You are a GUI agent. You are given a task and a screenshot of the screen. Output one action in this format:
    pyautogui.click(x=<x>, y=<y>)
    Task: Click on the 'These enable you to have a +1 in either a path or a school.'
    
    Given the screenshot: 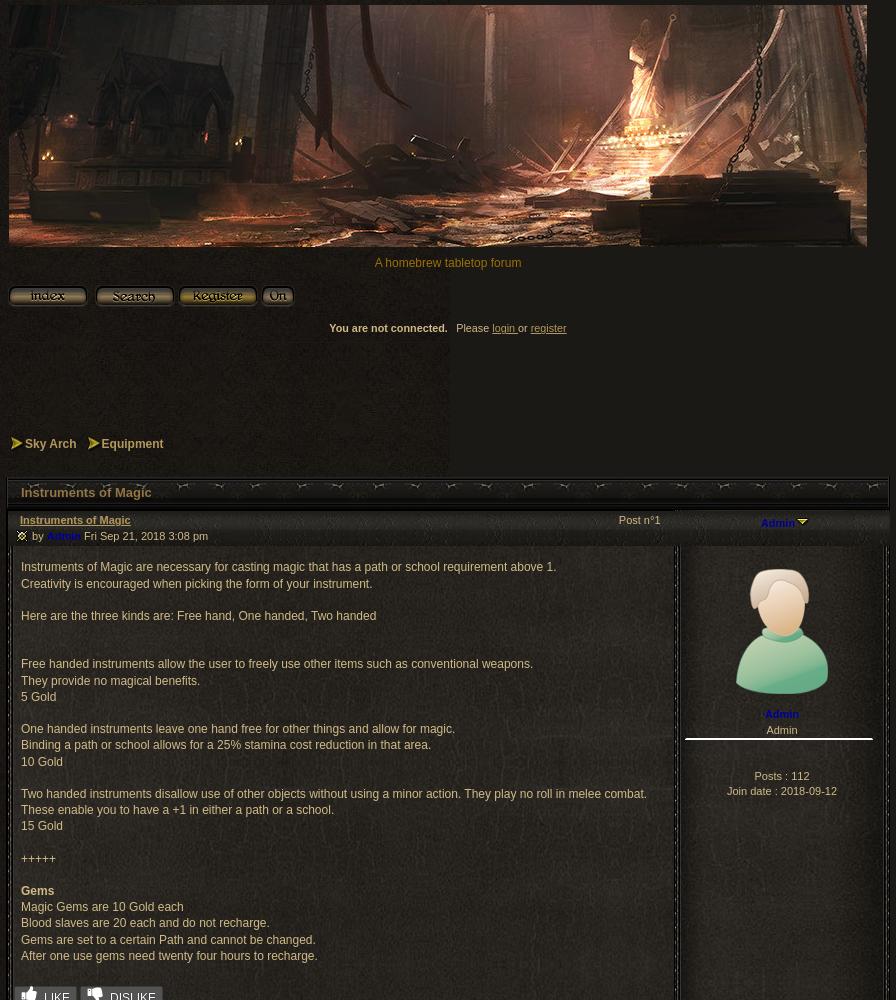 What is the action you would take?
    pyautogui.click(x=177, y=810)
    